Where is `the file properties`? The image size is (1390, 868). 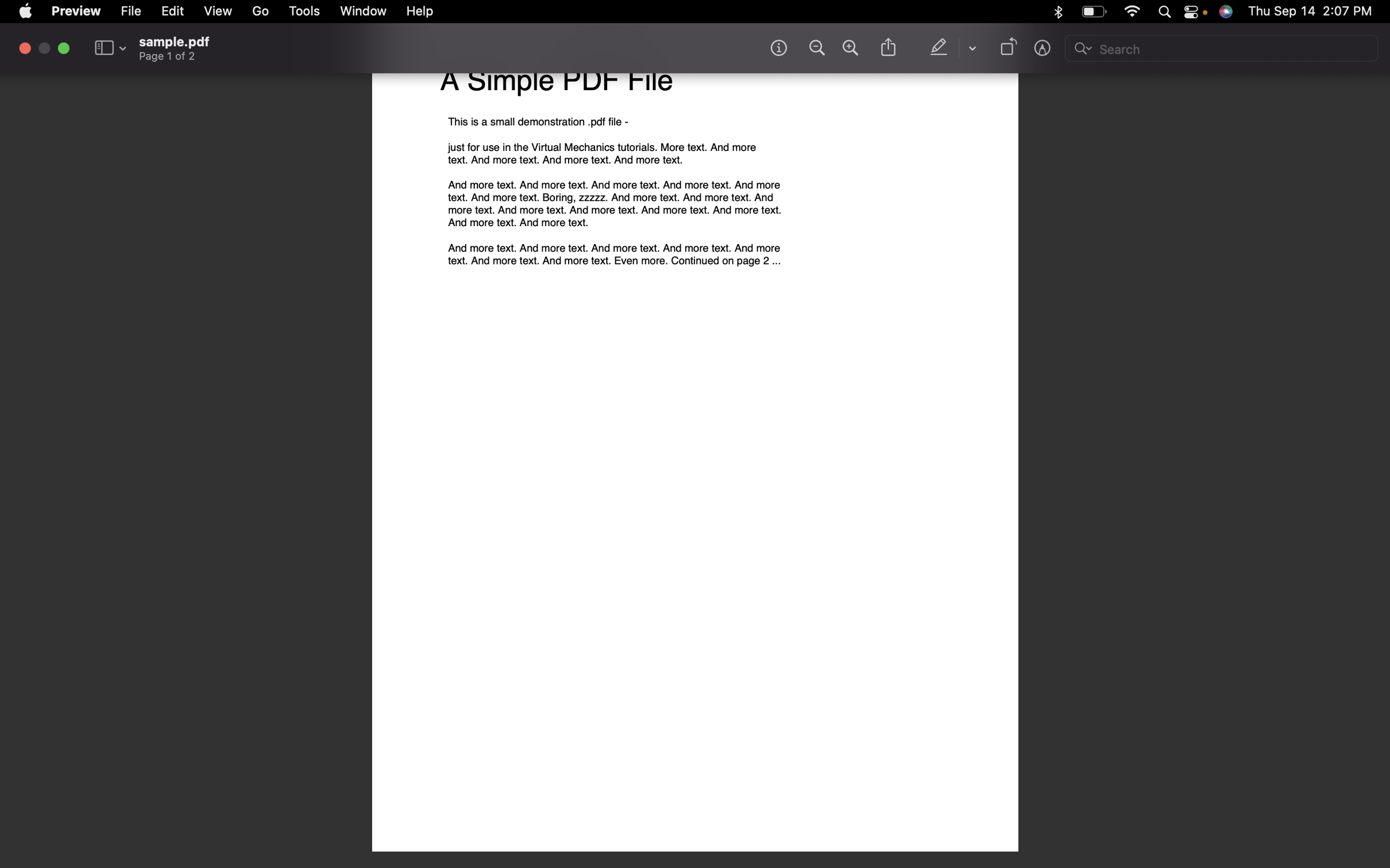
the file properties is located at coordinates (132, 10).